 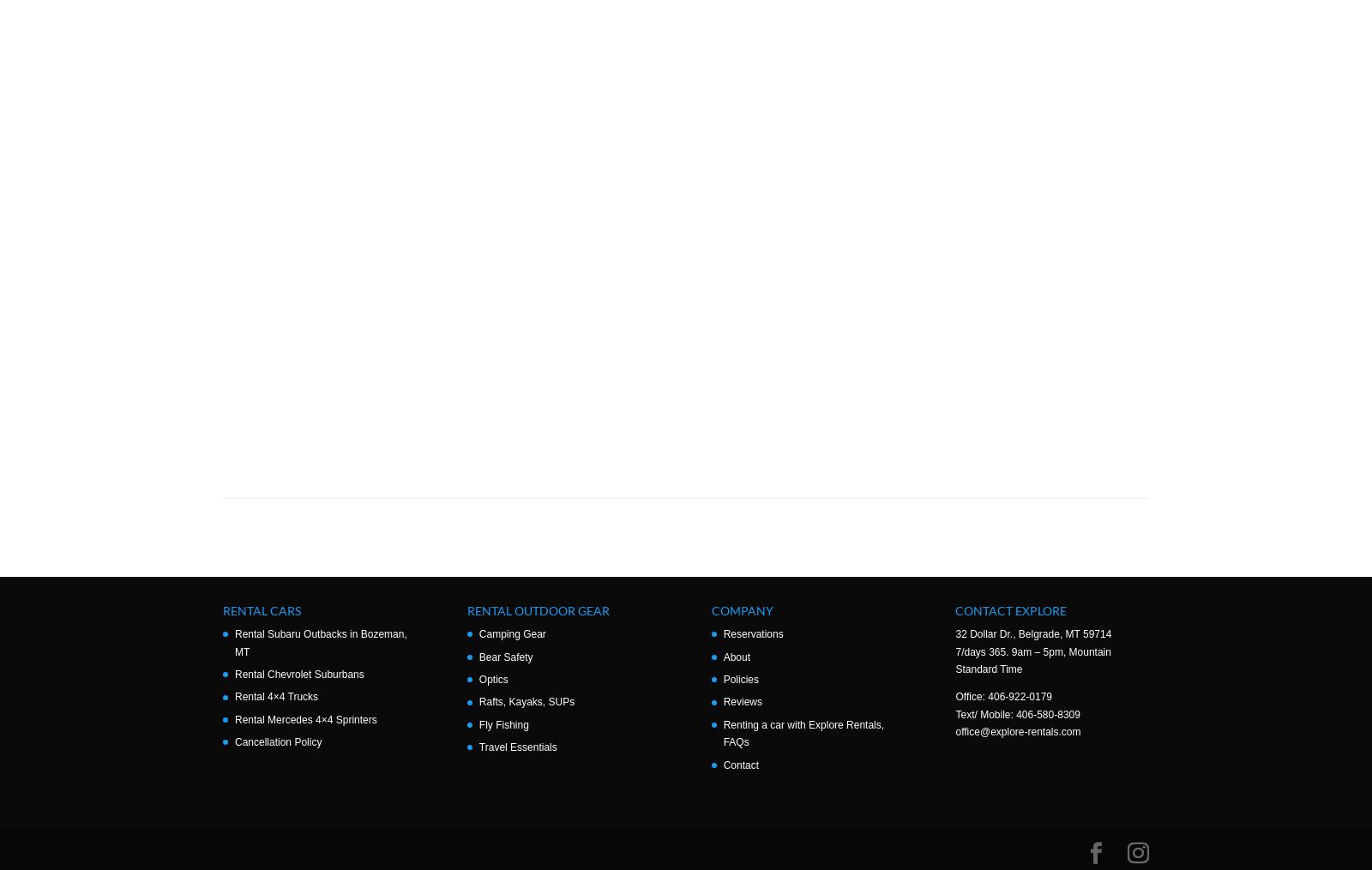 What do you see at coordinates (298, 674) in the screenshot?
I see `'Rental Chevrolet Suburbans'` at bounding box center [298, 674].